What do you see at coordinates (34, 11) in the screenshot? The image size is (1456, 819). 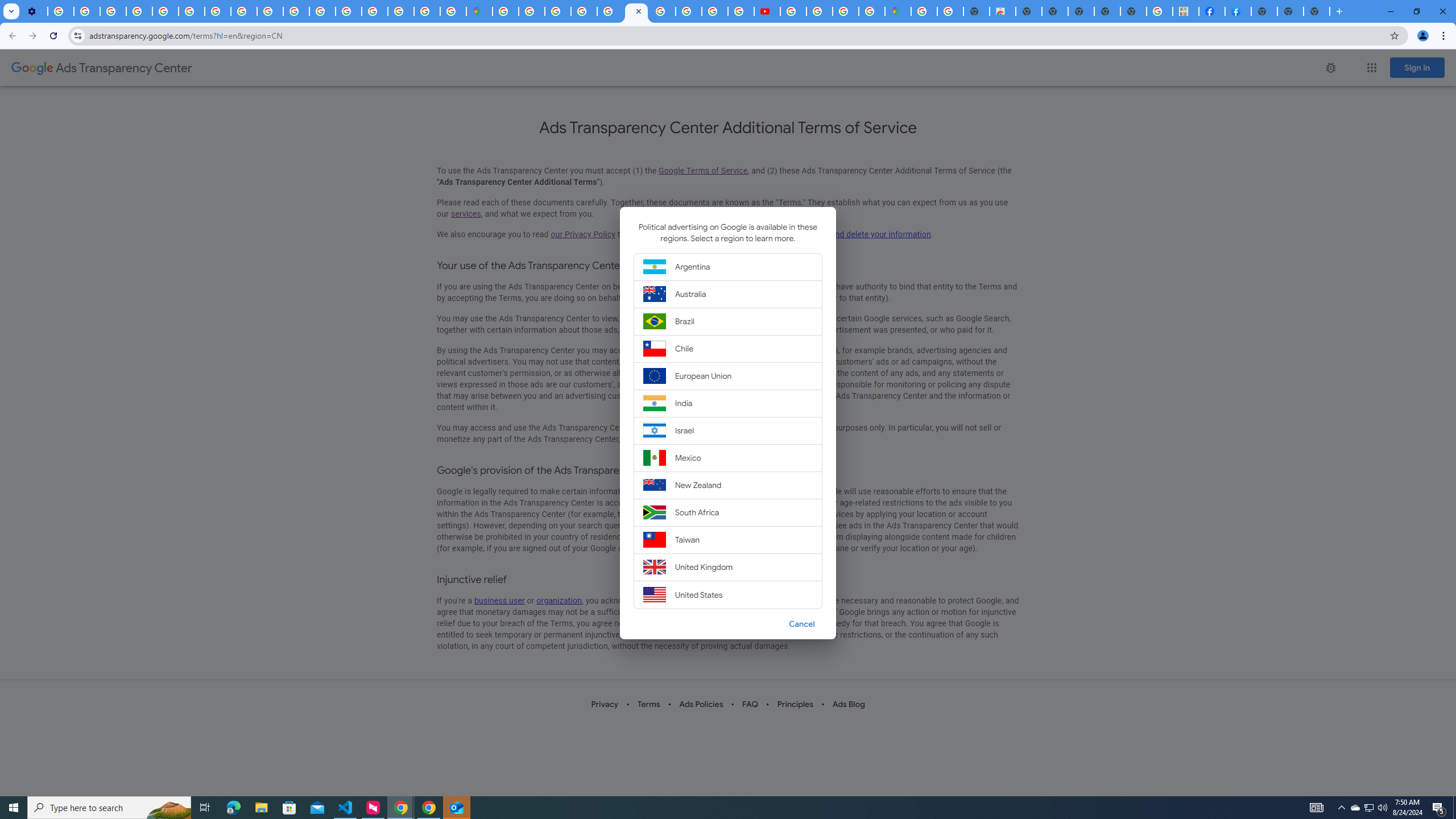 I see `'Settings - Customize profile'` at bounding box center [34, 11].